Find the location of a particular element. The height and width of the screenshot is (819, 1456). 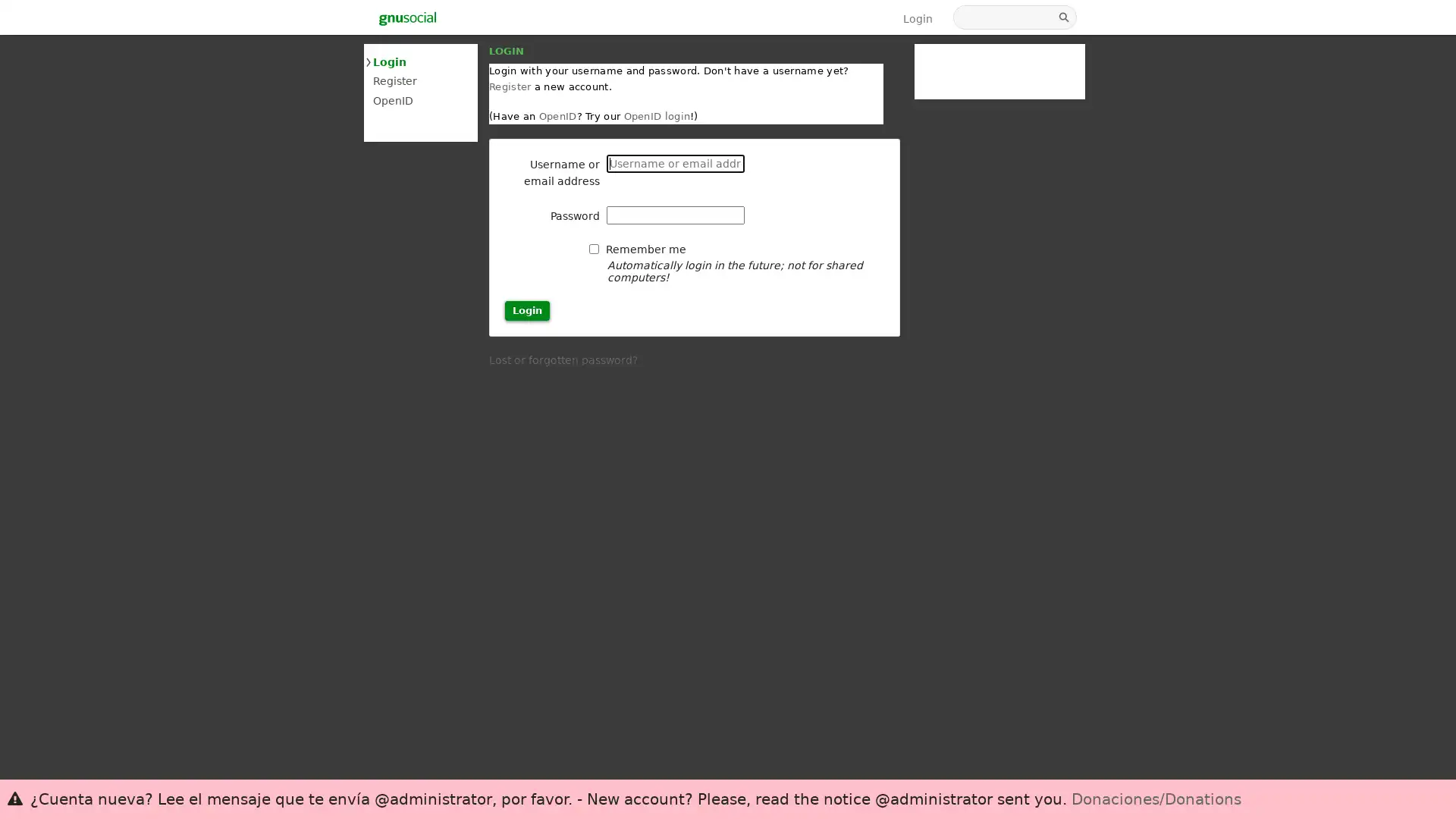

Login is located at coordinates (527, 309).